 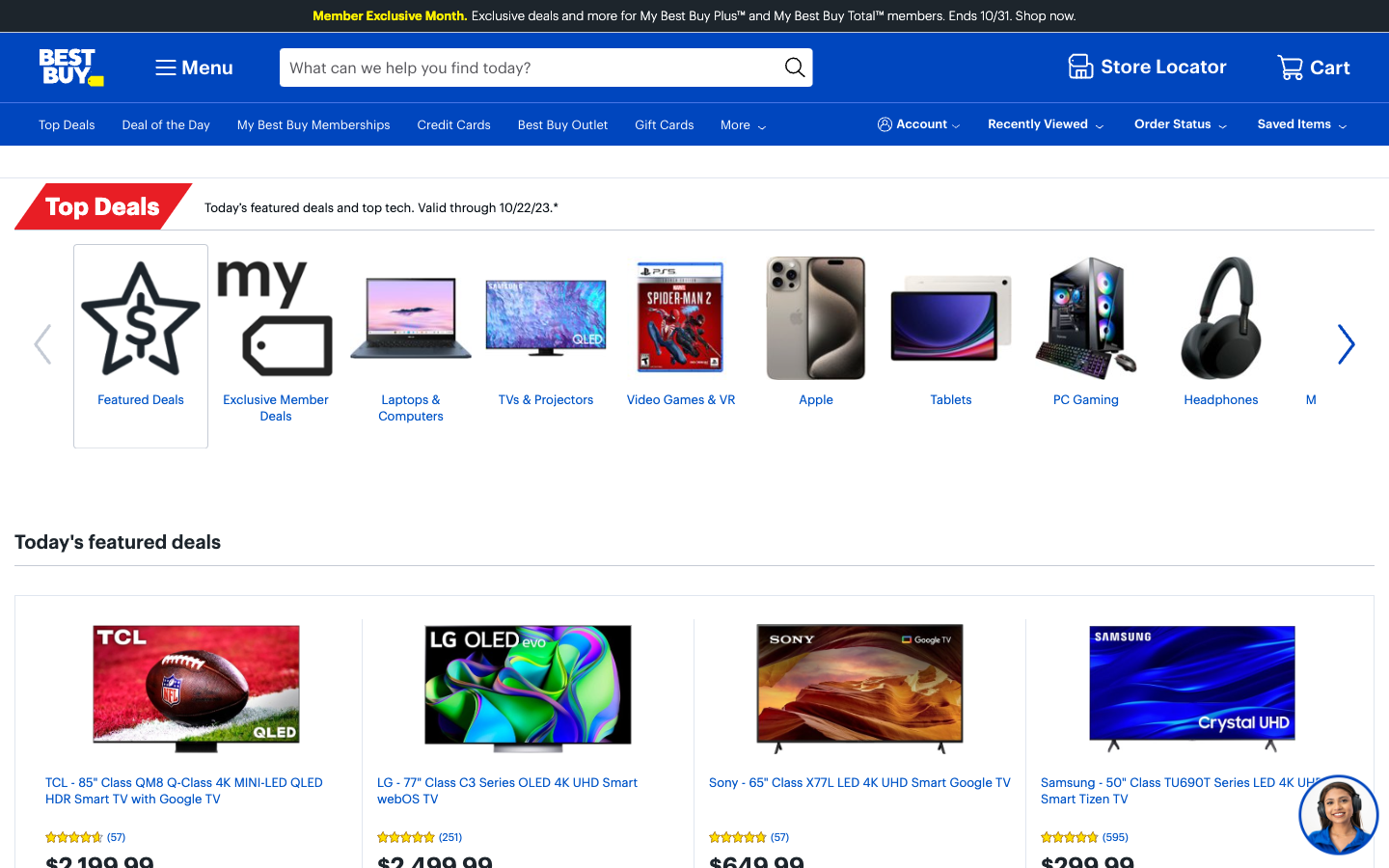 I want to click on the Today"s featured deals and select the first listing, so click(x=196, y=688).